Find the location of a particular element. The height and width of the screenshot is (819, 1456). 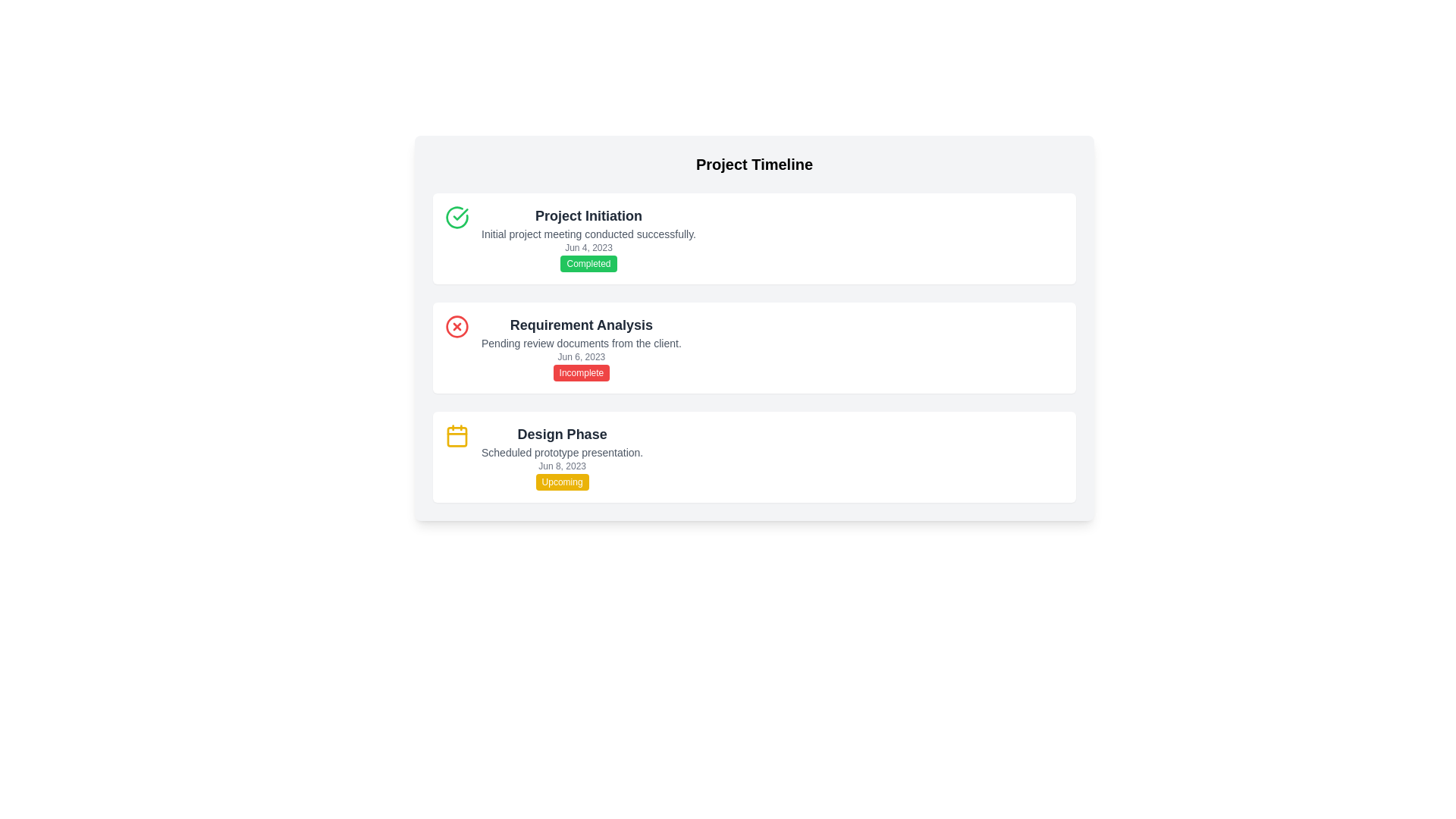

the graphical decorative element within the calendar icon, which is the third icon in the vertical timeline list to the right of the 'Design Phase' text box is located at coordinates (457, 436).